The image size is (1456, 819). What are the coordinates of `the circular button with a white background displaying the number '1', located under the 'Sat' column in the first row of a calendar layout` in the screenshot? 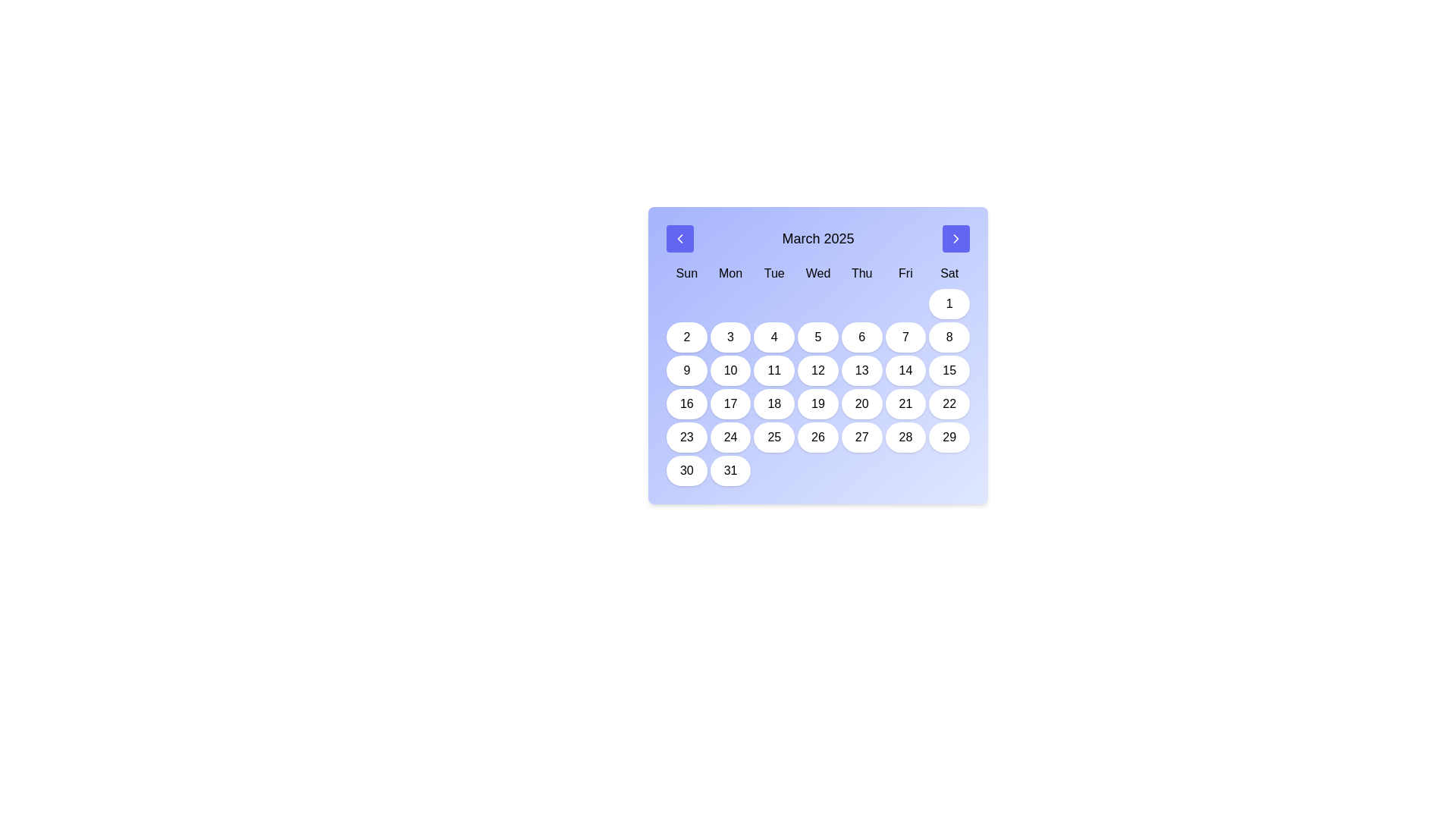 It's located at (949, 304).